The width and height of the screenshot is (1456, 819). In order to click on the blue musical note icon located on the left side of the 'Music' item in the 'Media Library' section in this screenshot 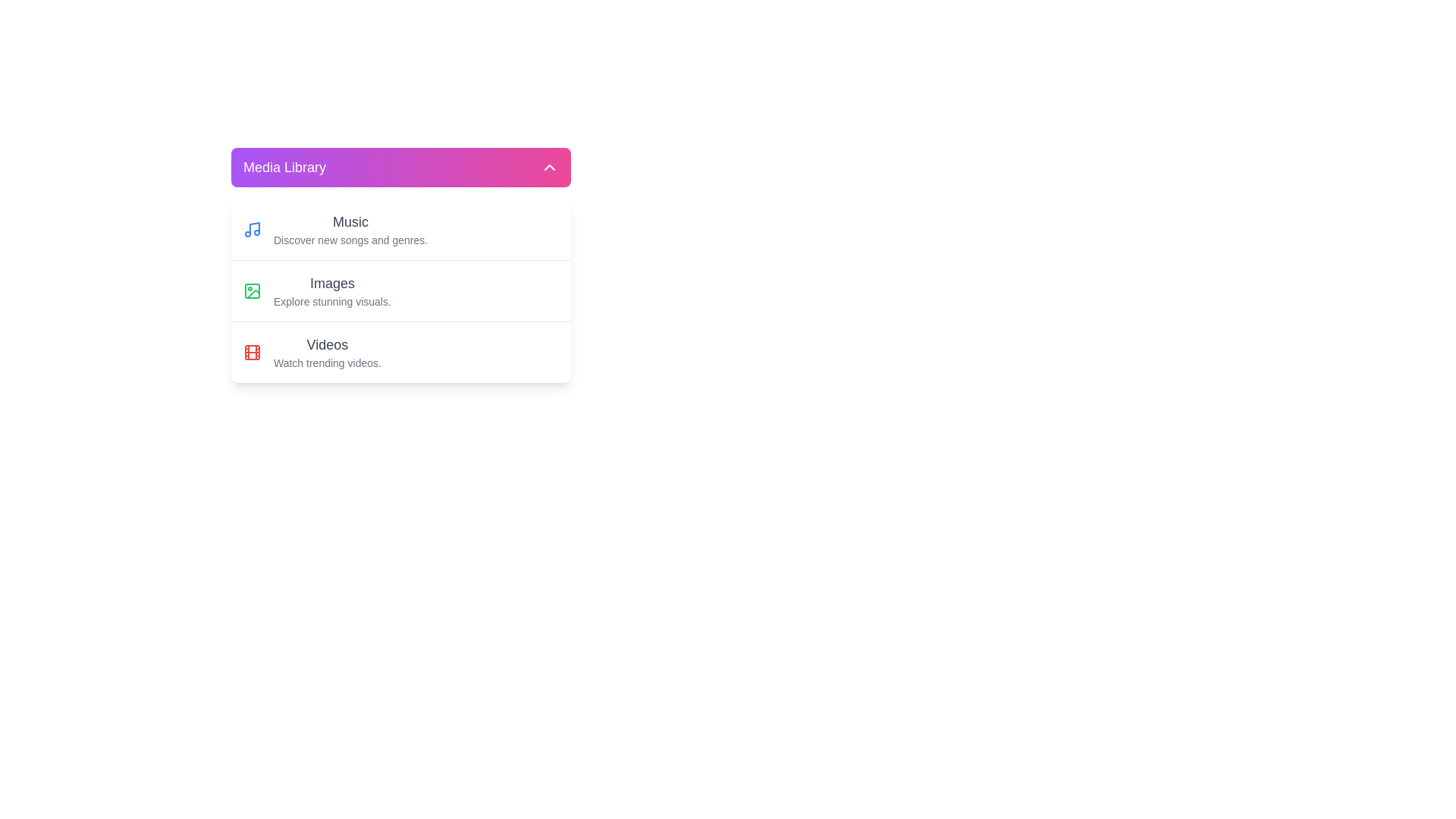, I will do `click(252, 230)`.